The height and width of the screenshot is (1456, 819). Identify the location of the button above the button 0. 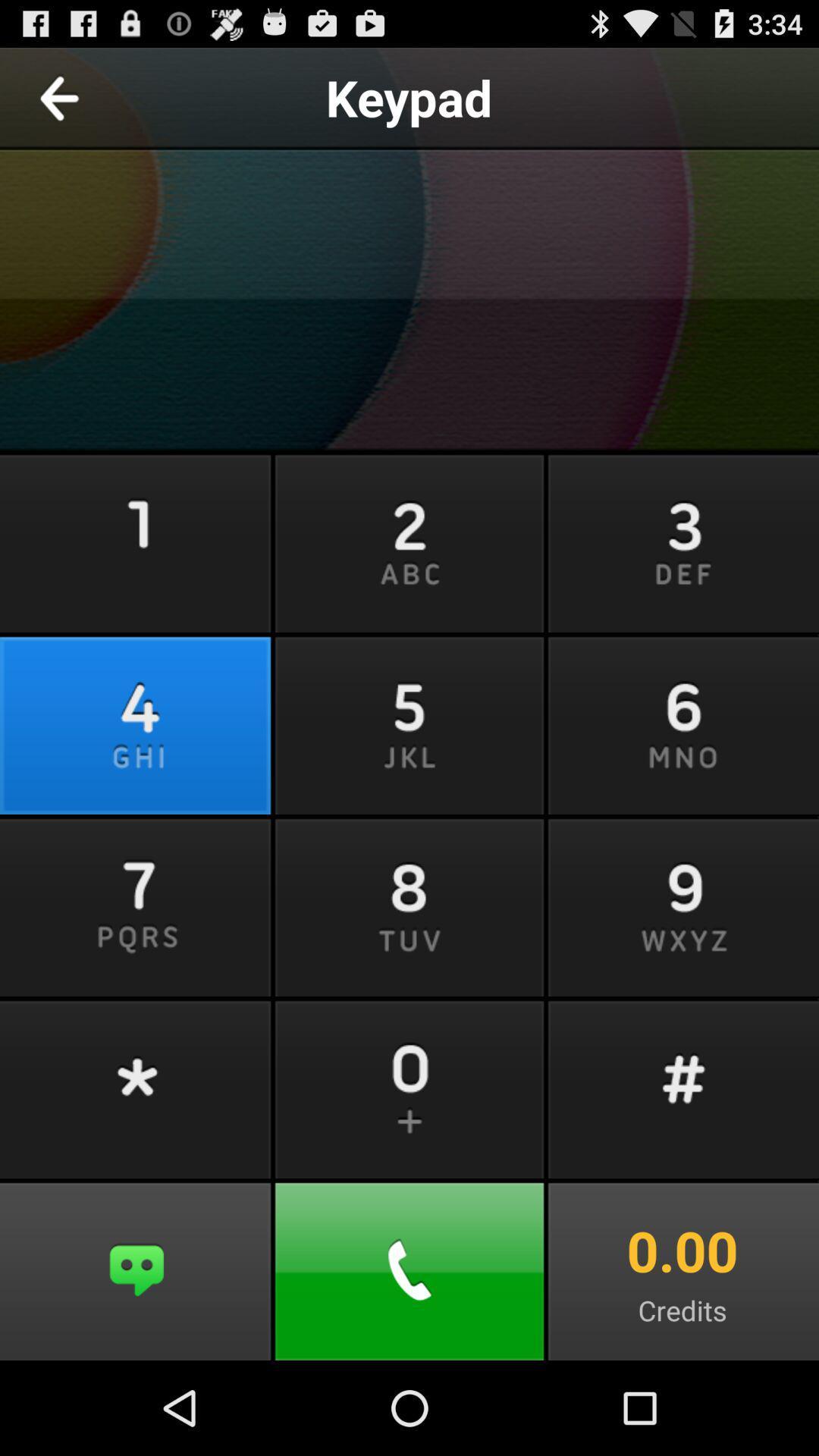
(409, 905).